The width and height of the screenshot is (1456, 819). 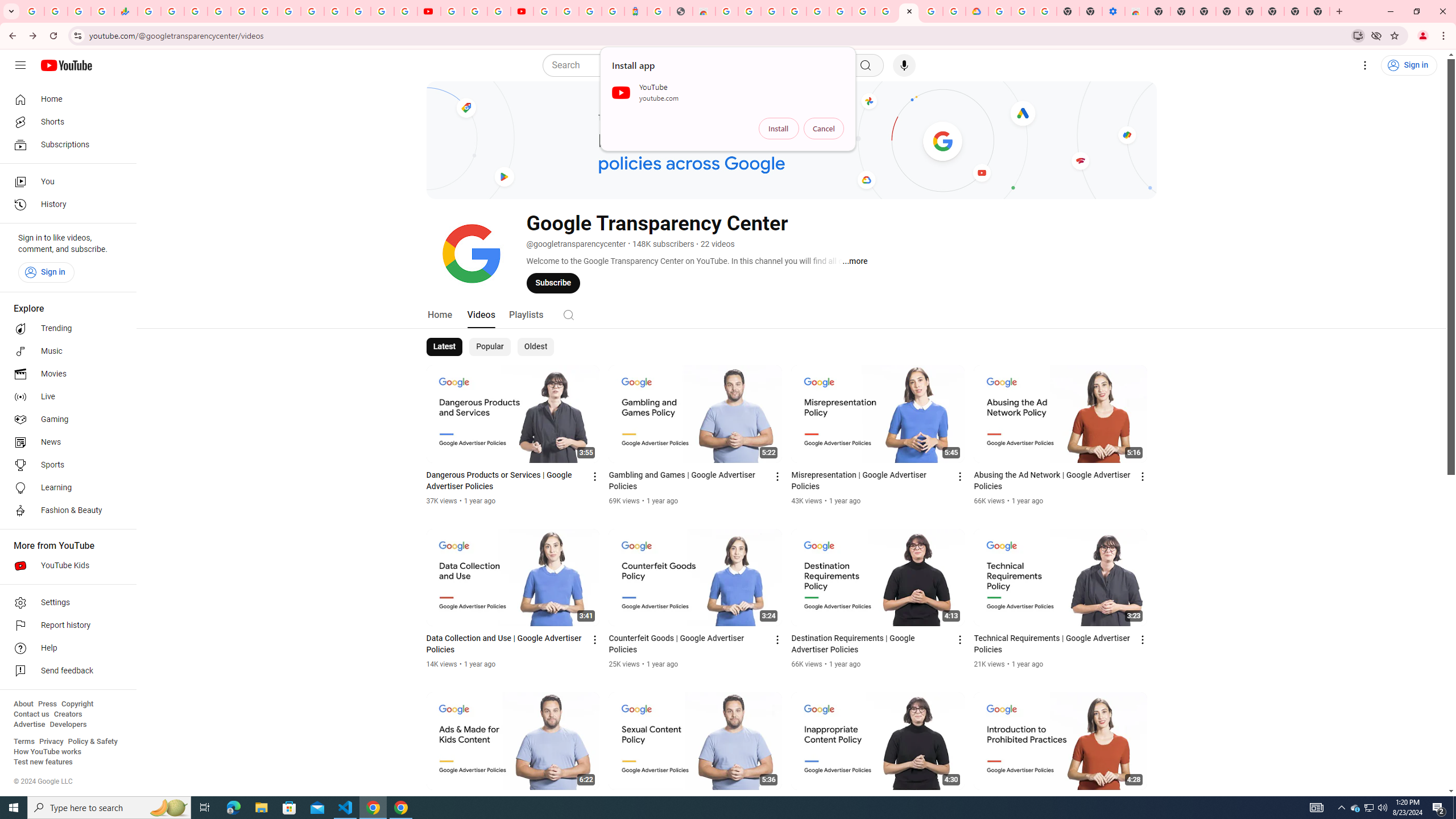 What do you see at coordinates (64, 329) in the screenshot?
I see `'Trending'` at bounding box center [64, 329].